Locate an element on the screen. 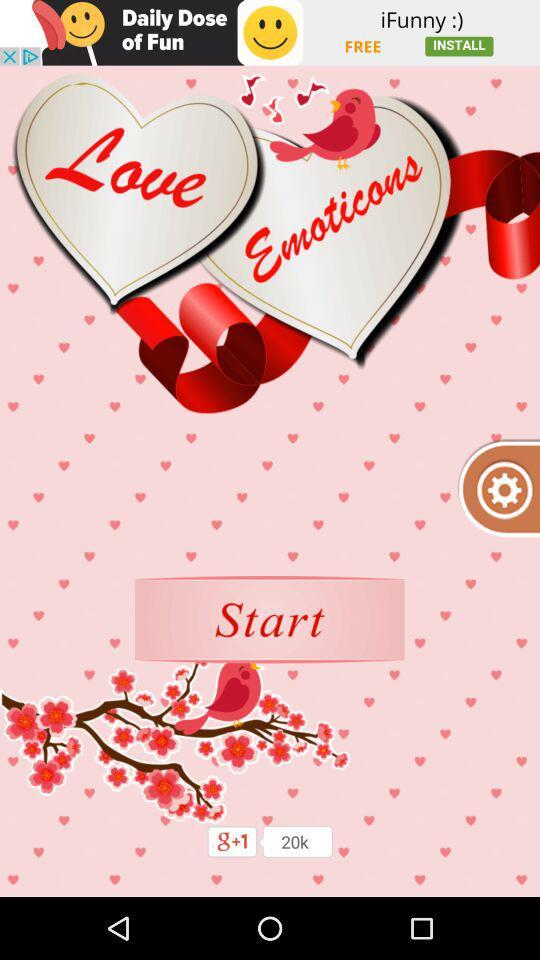 This screenshot has width=540, height=960. button to play next option is located at coordinates (269, 618).